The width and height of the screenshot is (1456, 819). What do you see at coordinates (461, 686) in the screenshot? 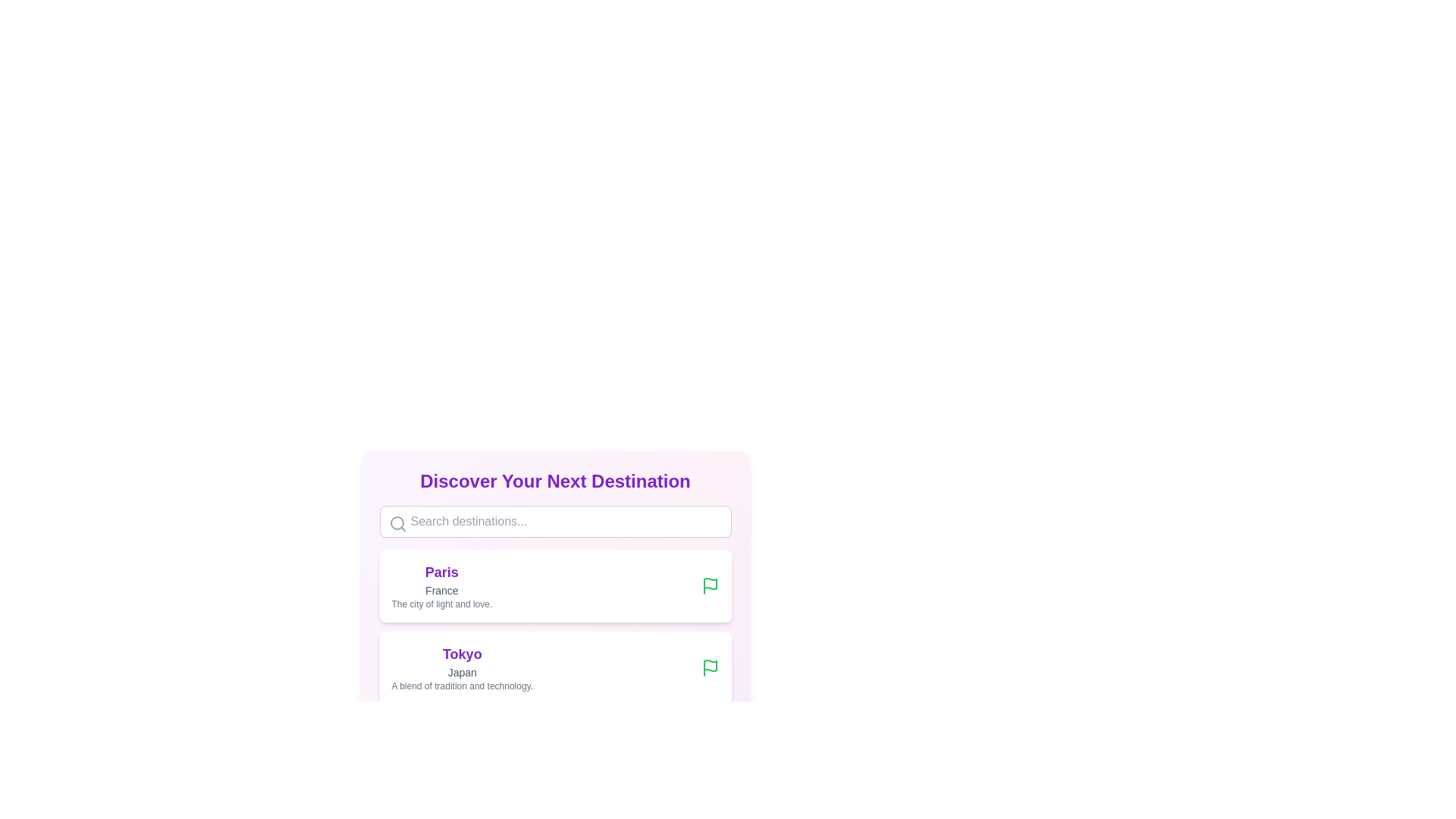
I see `the text label that reads 'A blend of tradition and technology.' which is located below 'Tokyo' and 'Japan' in a descriptive card` at bounding box center [461, 686].